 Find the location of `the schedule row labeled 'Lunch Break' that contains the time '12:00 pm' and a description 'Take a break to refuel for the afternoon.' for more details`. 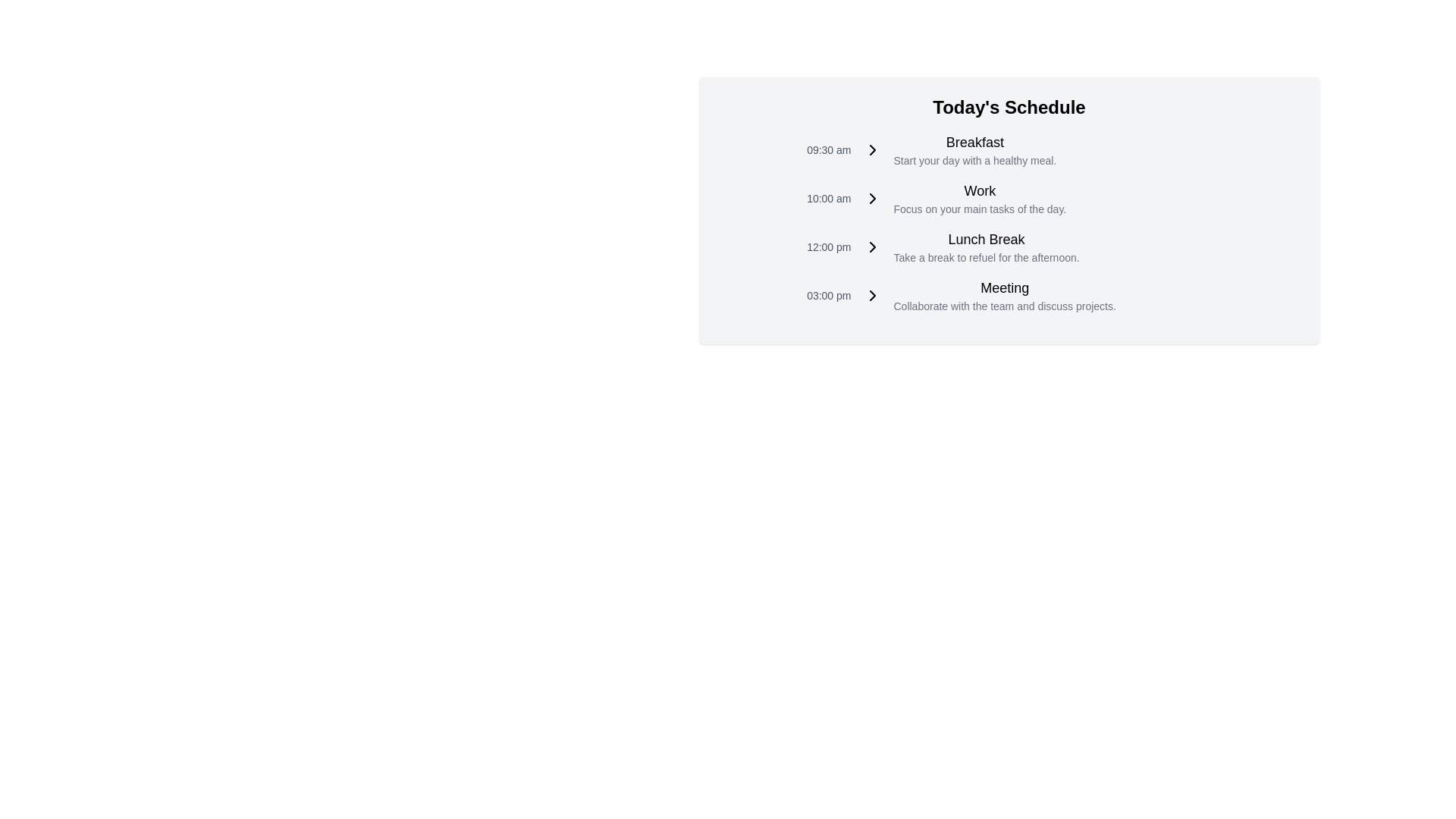

the schedule row labeled 'Lunch Break' that contains the time '12:00 pm' and a description 'Take a break to refuel for the afternoon.' for more details is located at coordinates (1009, 246).